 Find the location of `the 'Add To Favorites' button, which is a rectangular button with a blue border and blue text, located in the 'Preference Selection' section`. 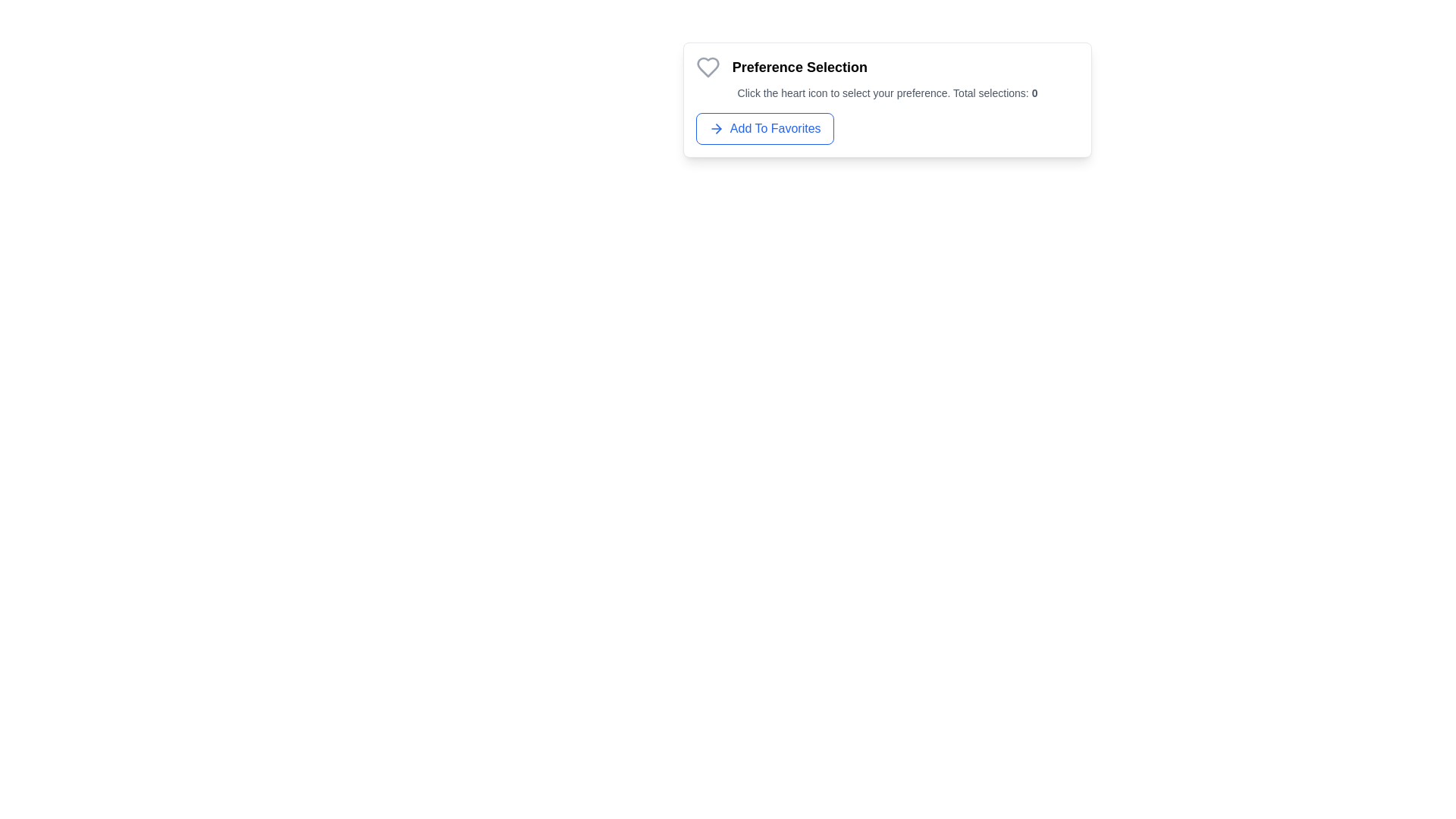

the 'Add To Favorites' button, which is a rectangular button with a blue border and blue text, located in the 'Preference Selection' section is located at coordinates (764, 127).